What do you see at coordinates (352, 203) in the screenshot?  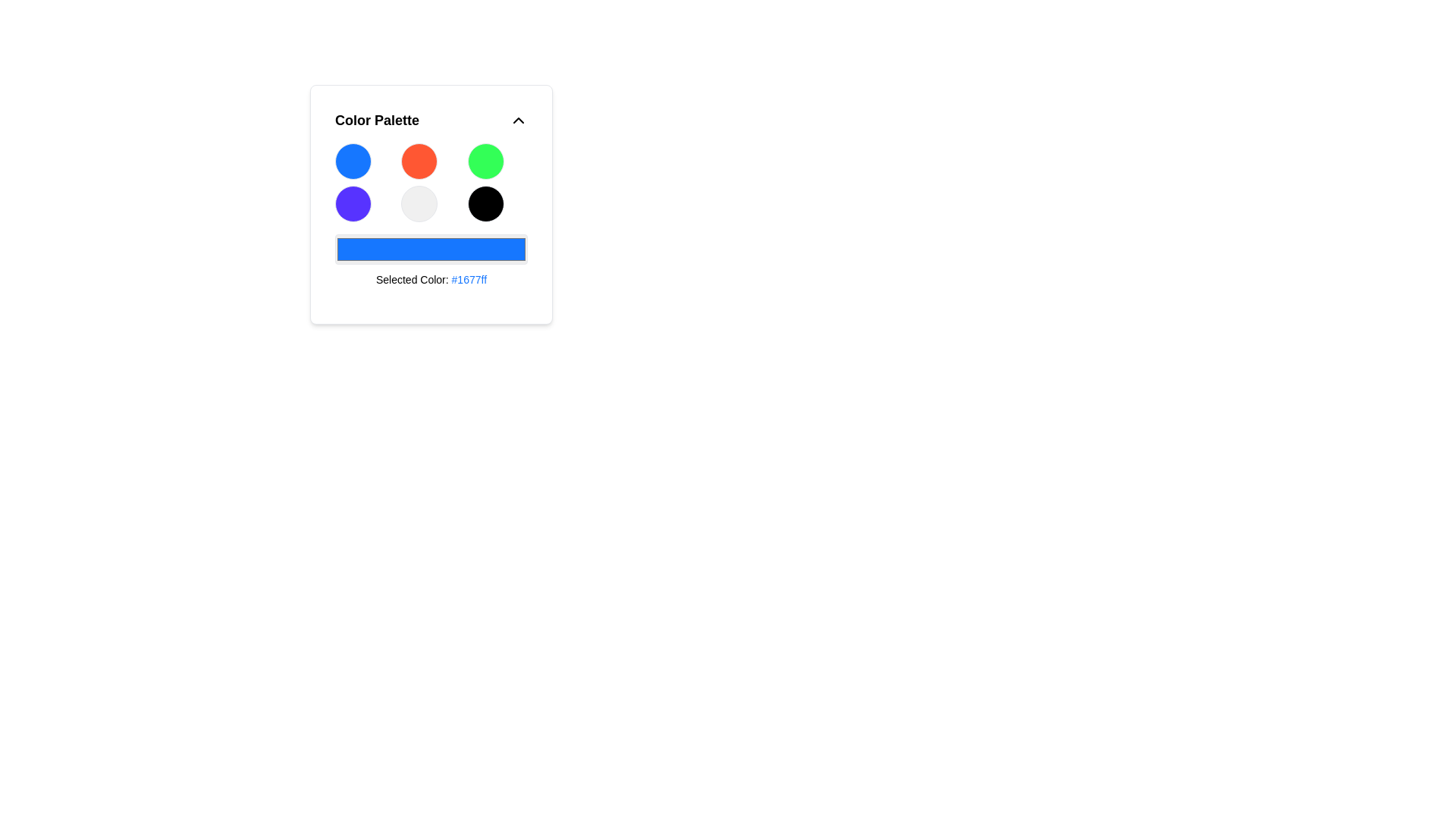 I see `the color selection button located in the center of the first column of a 3x2 grid layout` at bounding box center [352, 203].